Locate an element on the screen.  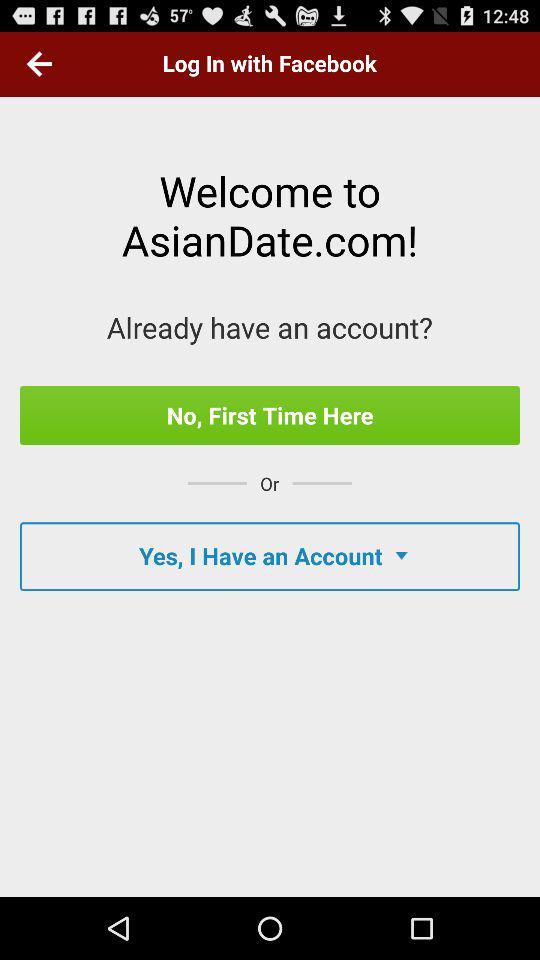
item above the or app is located at coordinates (270, 414).